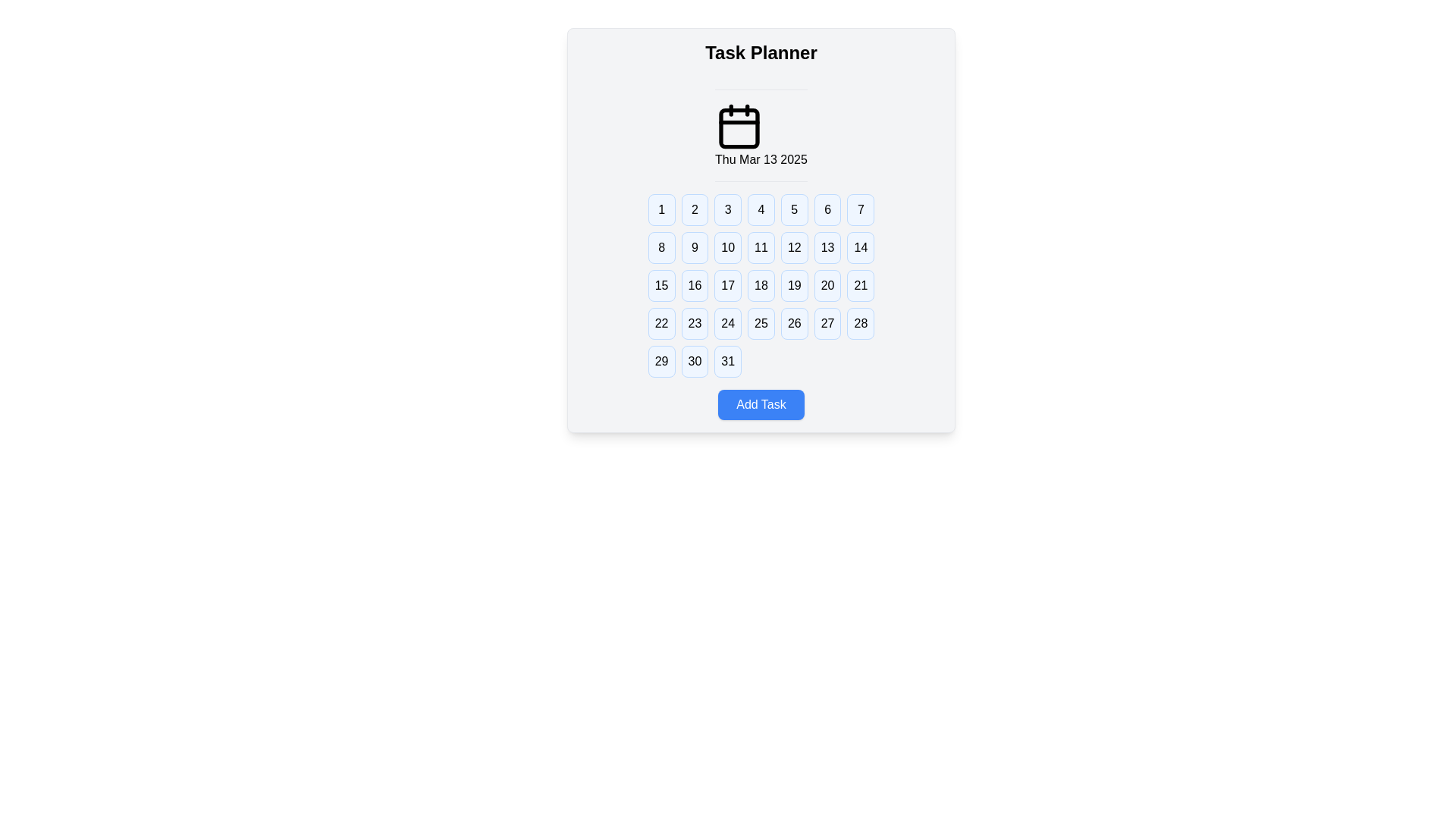 This screenshot has height=819, width=1456. What do you see at coordinates (761, 160) in the screenshot?
I see `the Static Text displaying the date 'Thu Mar 13 2025', which is centrally aligned below the calendar icon in the calendar interface` at bounding box center [761, 160].